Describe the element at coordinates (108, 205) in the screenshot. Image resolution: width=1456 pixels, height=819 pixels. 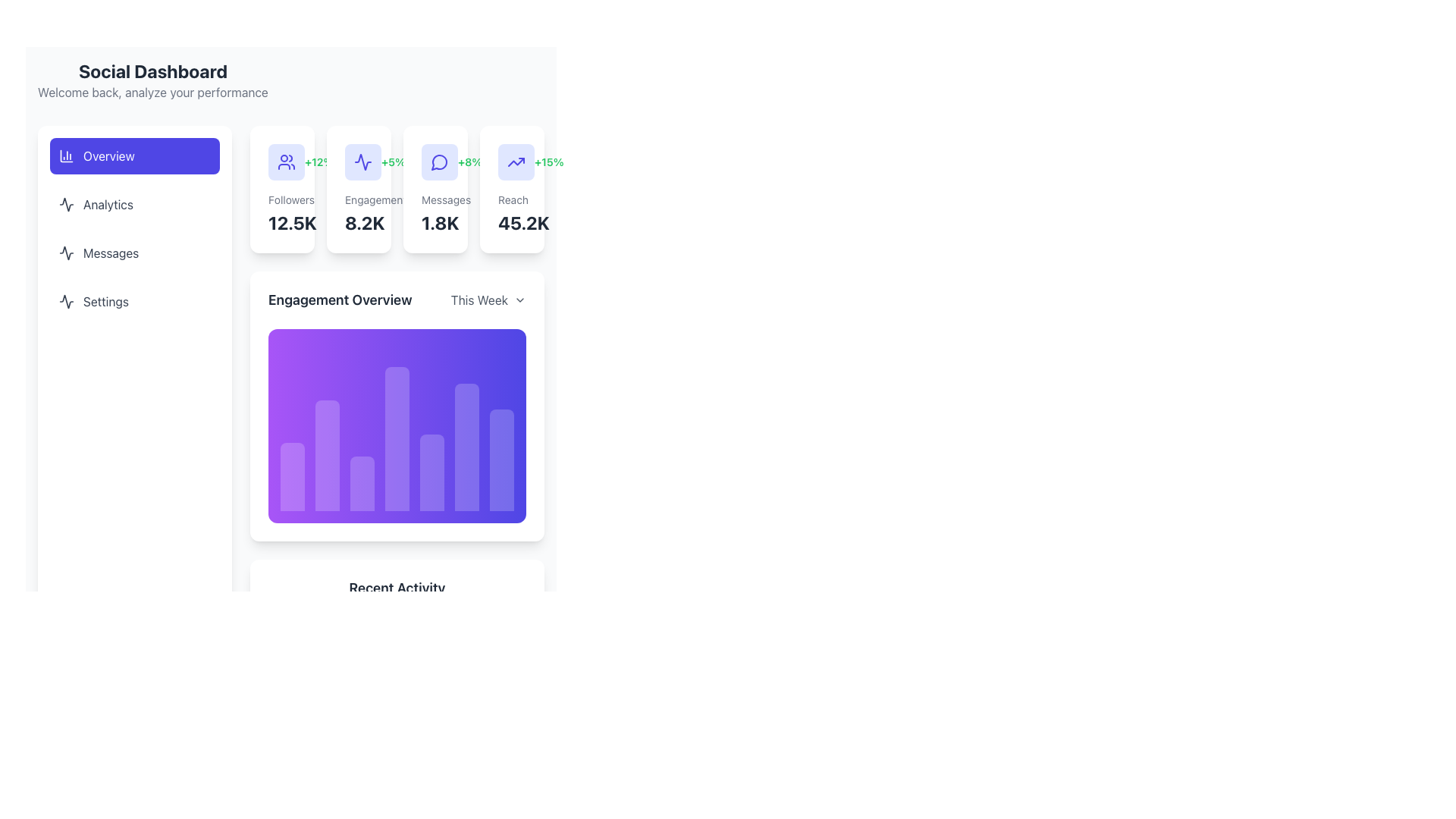
I see `the 'Analytics' navigation label within the sidebar menu` at that location.